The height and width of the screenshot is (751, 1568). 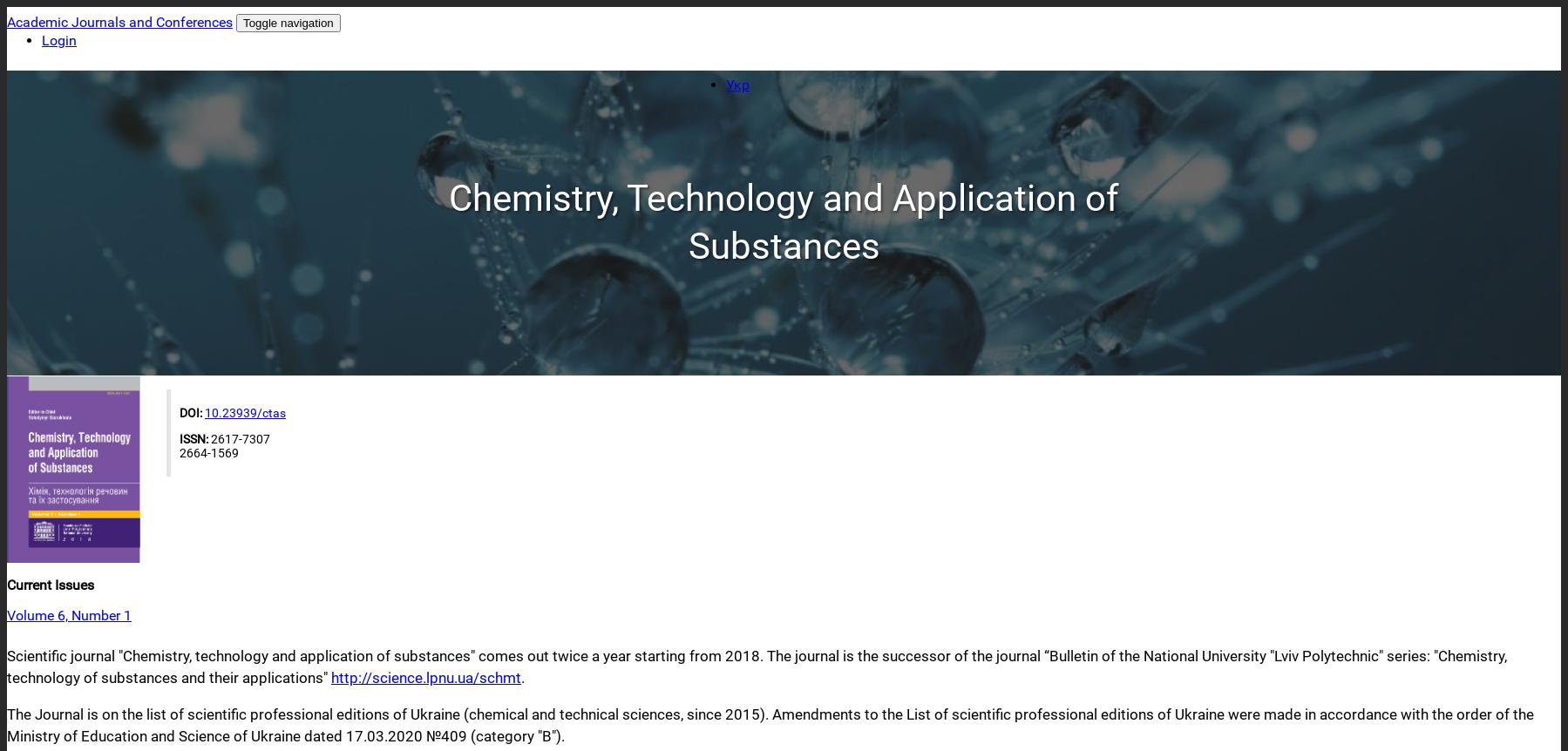 What do you see at coordinates (783, 220) in the screenshot?
I see `'Chemistry, Technology and Application of Substances'` at bounding box center [783, 220].